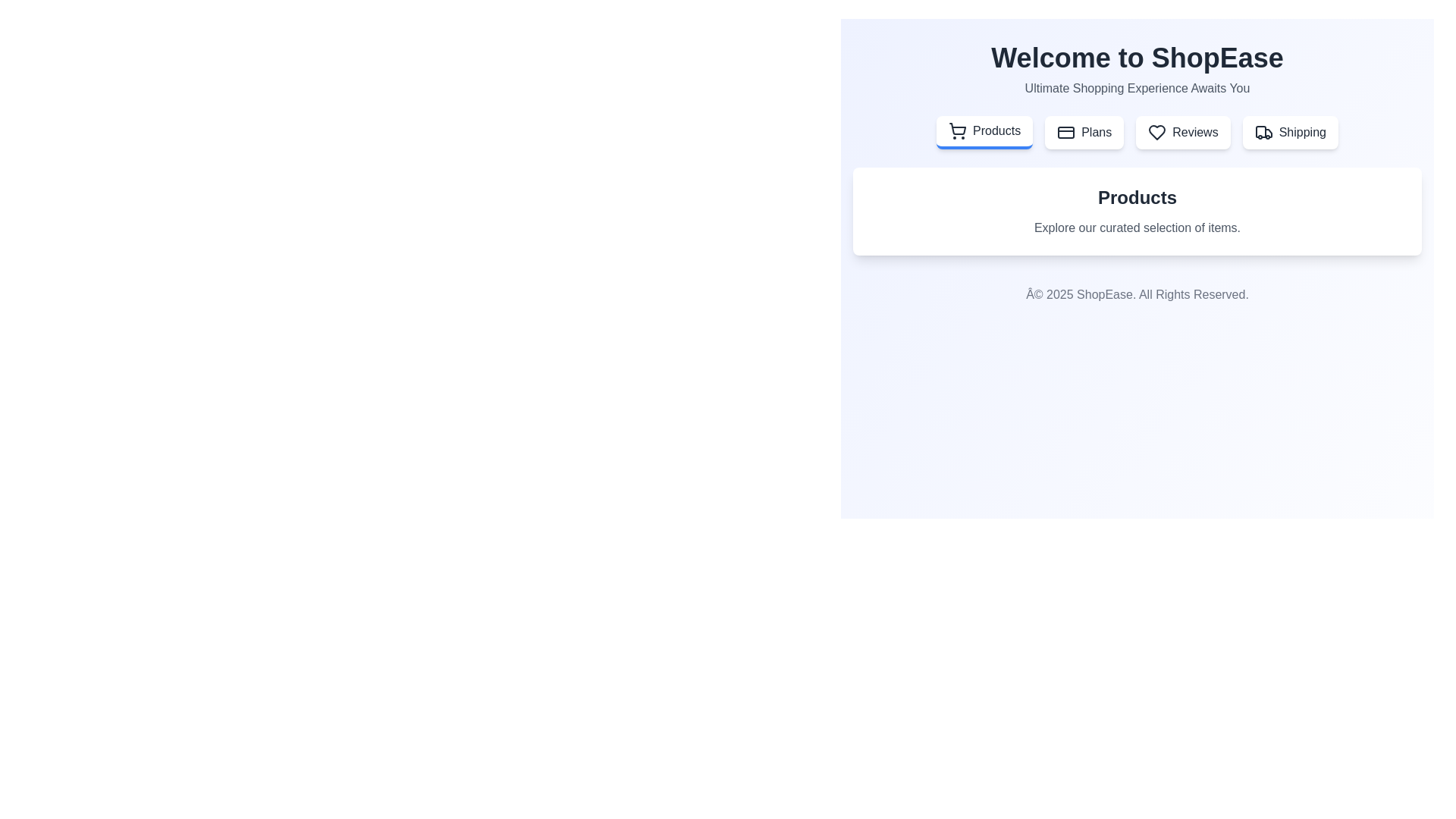 The image size is (1456, 819). I want to click on the static text label positioned directly below the title 'Welcome to ShopEase', which serves as a descriptive subtitle enticing users, so click(1137, 88).